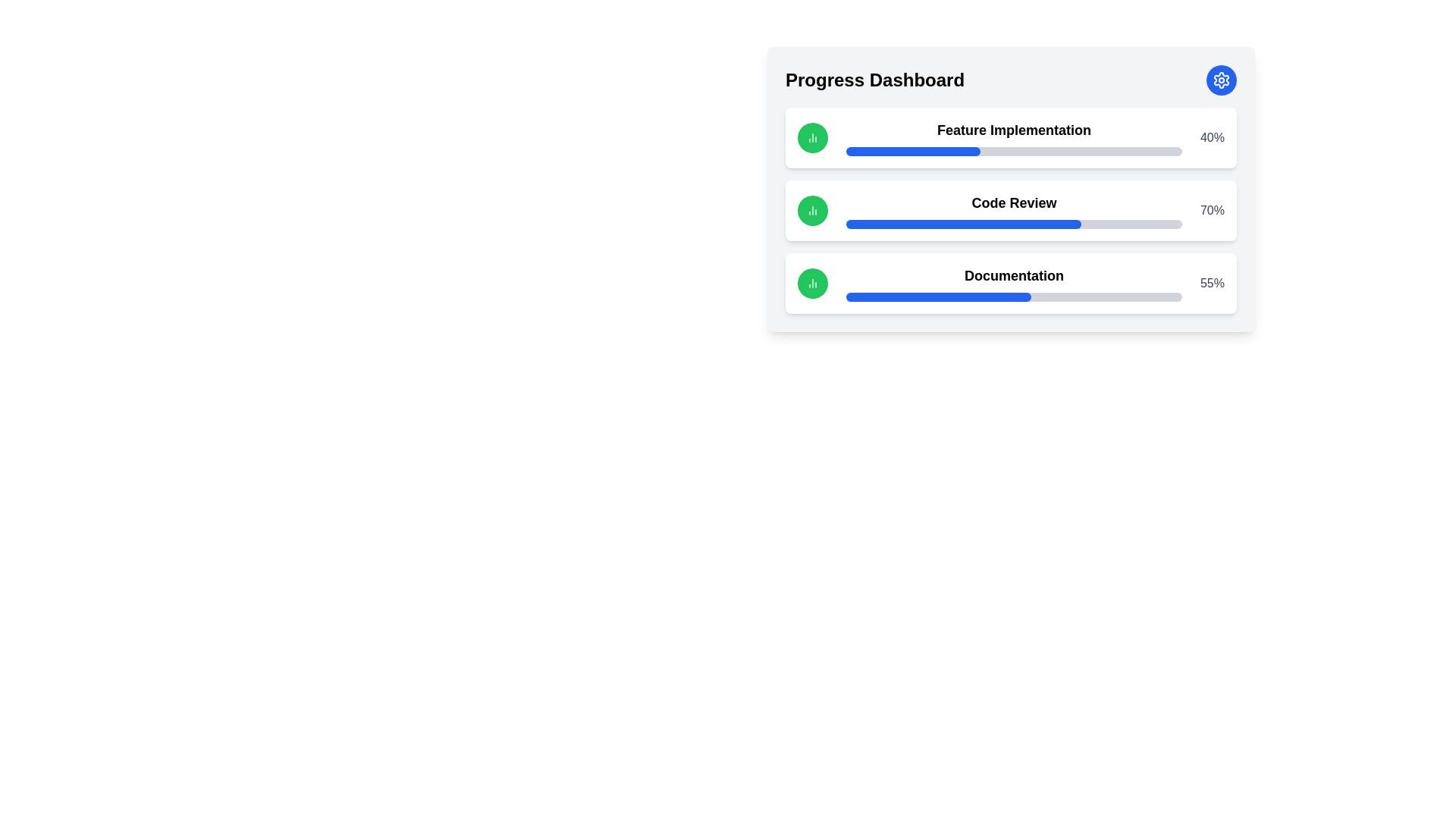 The width and height of the screenshot is (1456, 819). I want to click on the blue filled section of the progress bar labeled 'Documentation', which is 55% filled and located at the bottom of the progress dashboard, so click(937, 297).